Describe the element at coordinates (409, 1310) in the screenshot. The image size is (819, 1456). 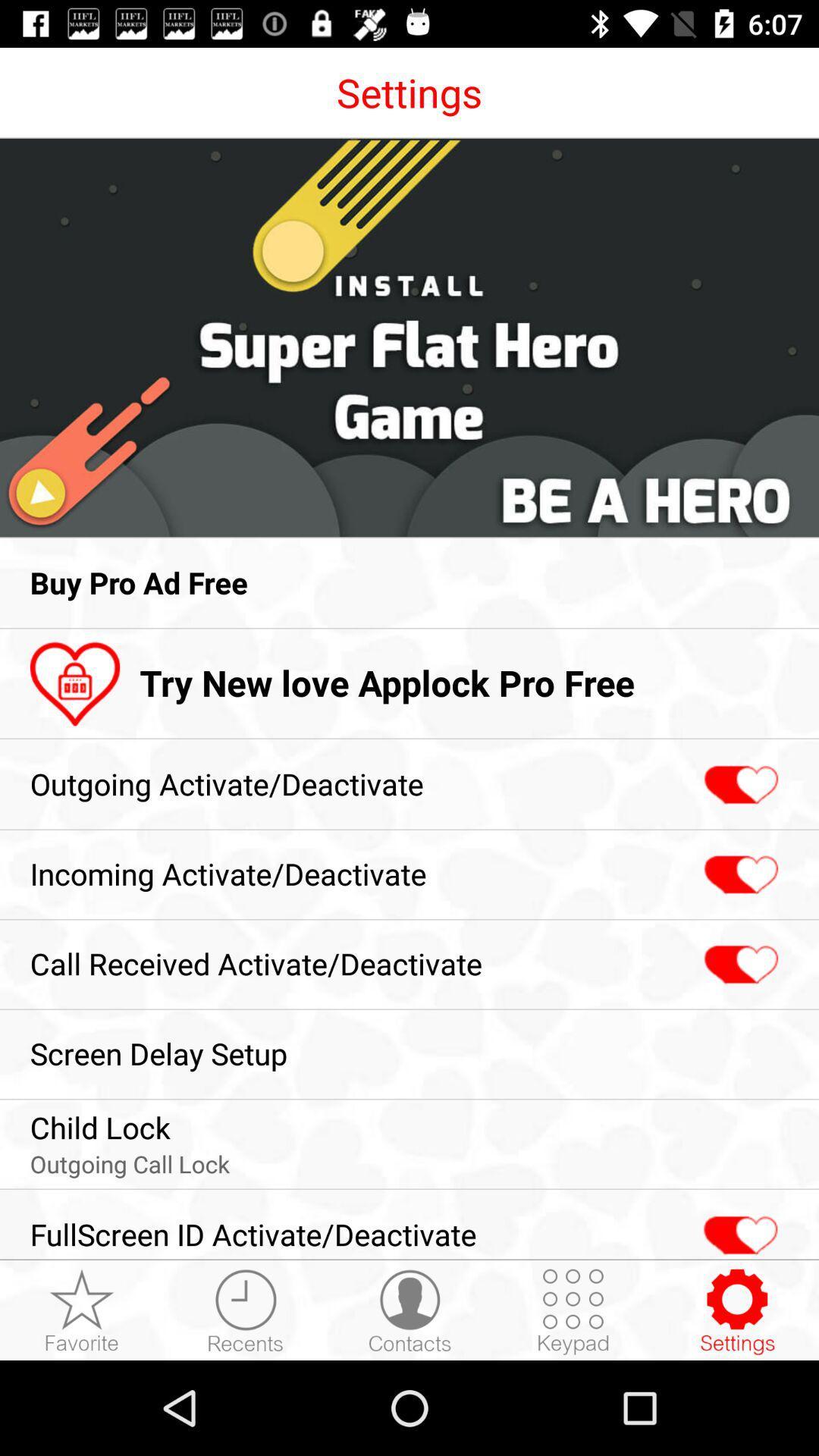
I see `contacts` at that location.